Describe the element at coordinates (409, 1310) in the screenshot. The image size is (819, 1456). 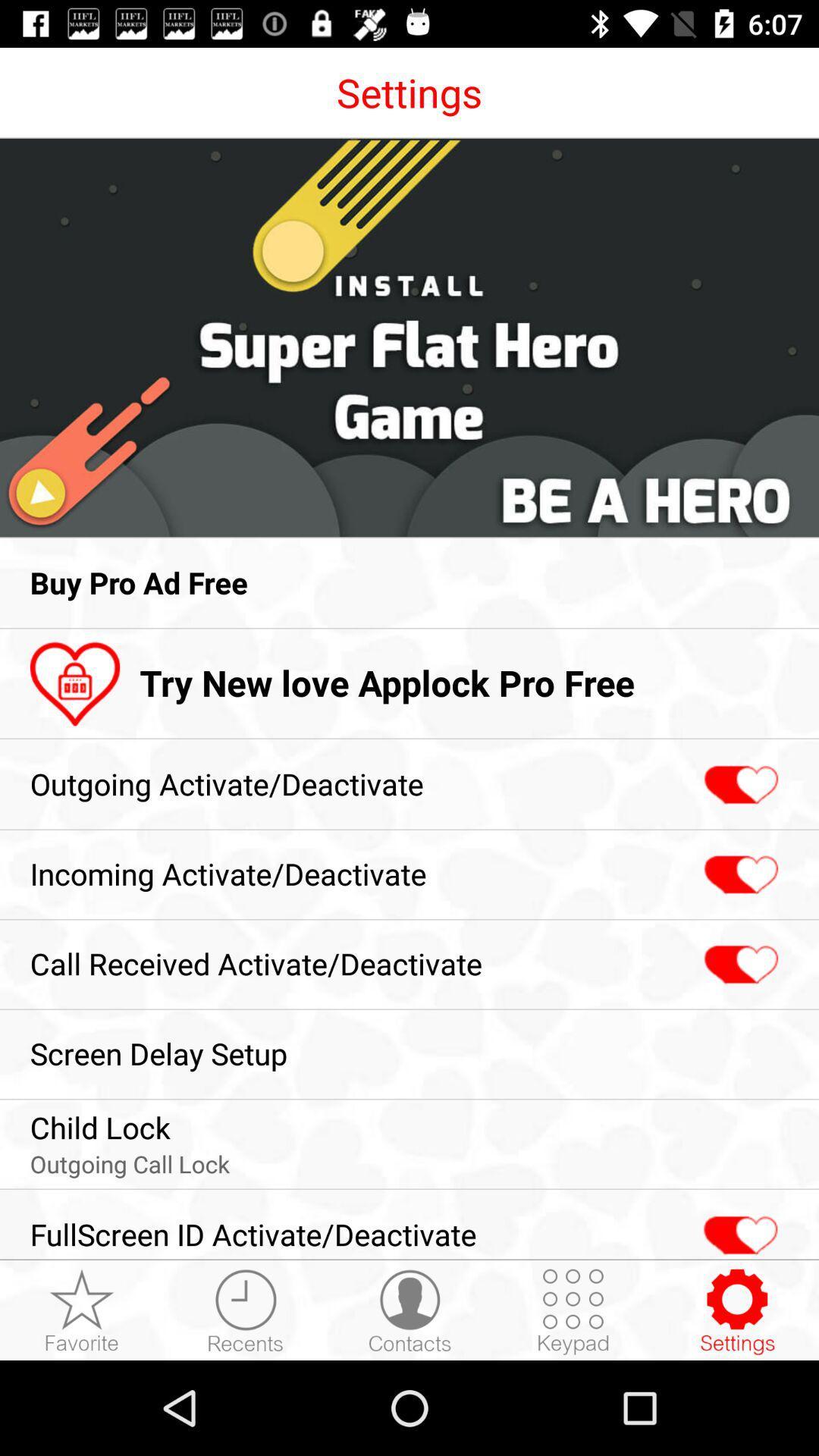
I see `contacts` at that location.